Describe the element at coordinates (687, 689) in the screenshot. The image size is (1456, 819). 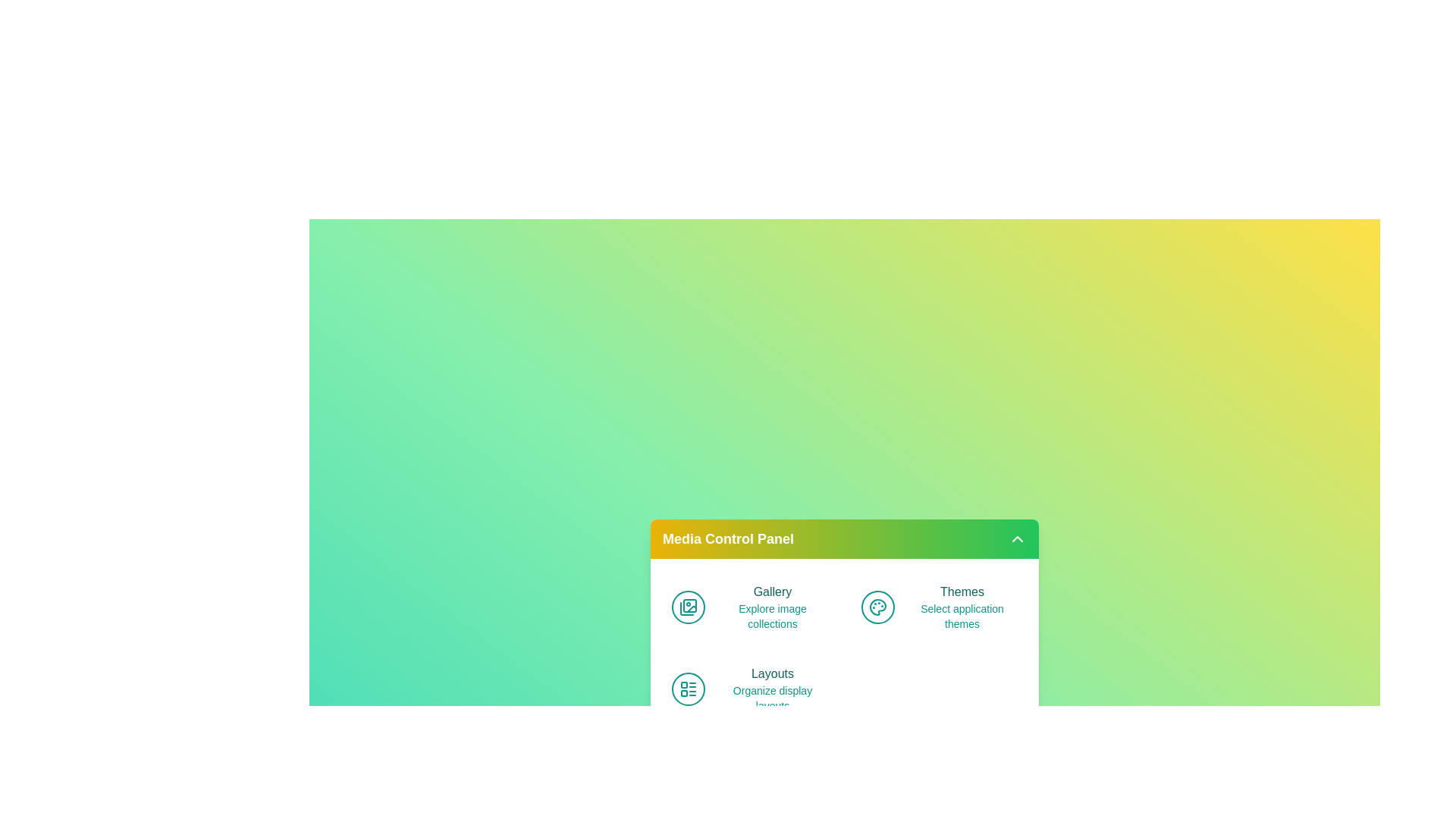
I see `the icon associated with Layouts` at that location.